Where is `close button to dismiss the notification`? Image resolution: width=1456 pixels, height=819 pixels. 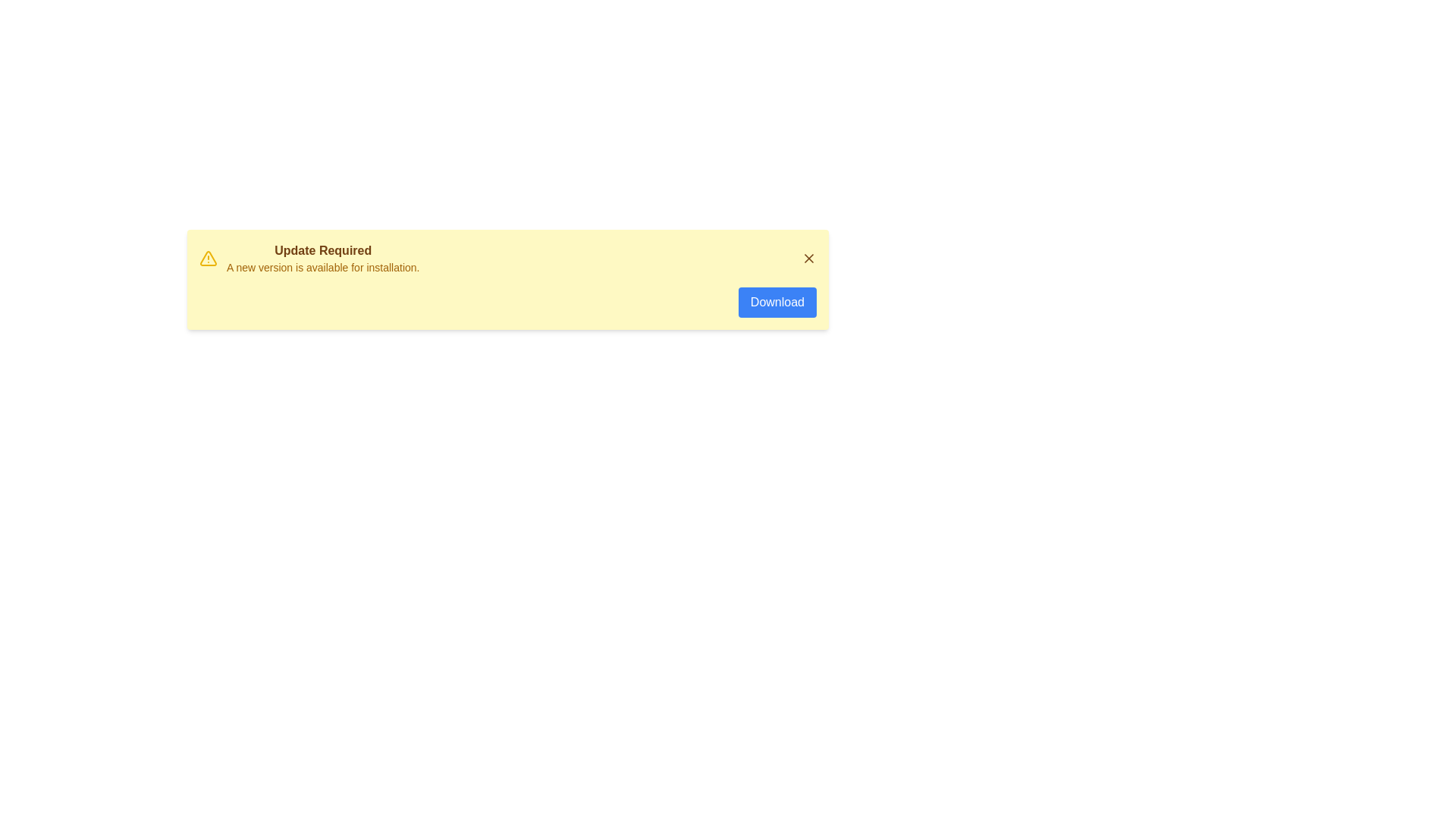 close button to dismiss the notification is located at coordinates (808, 257).